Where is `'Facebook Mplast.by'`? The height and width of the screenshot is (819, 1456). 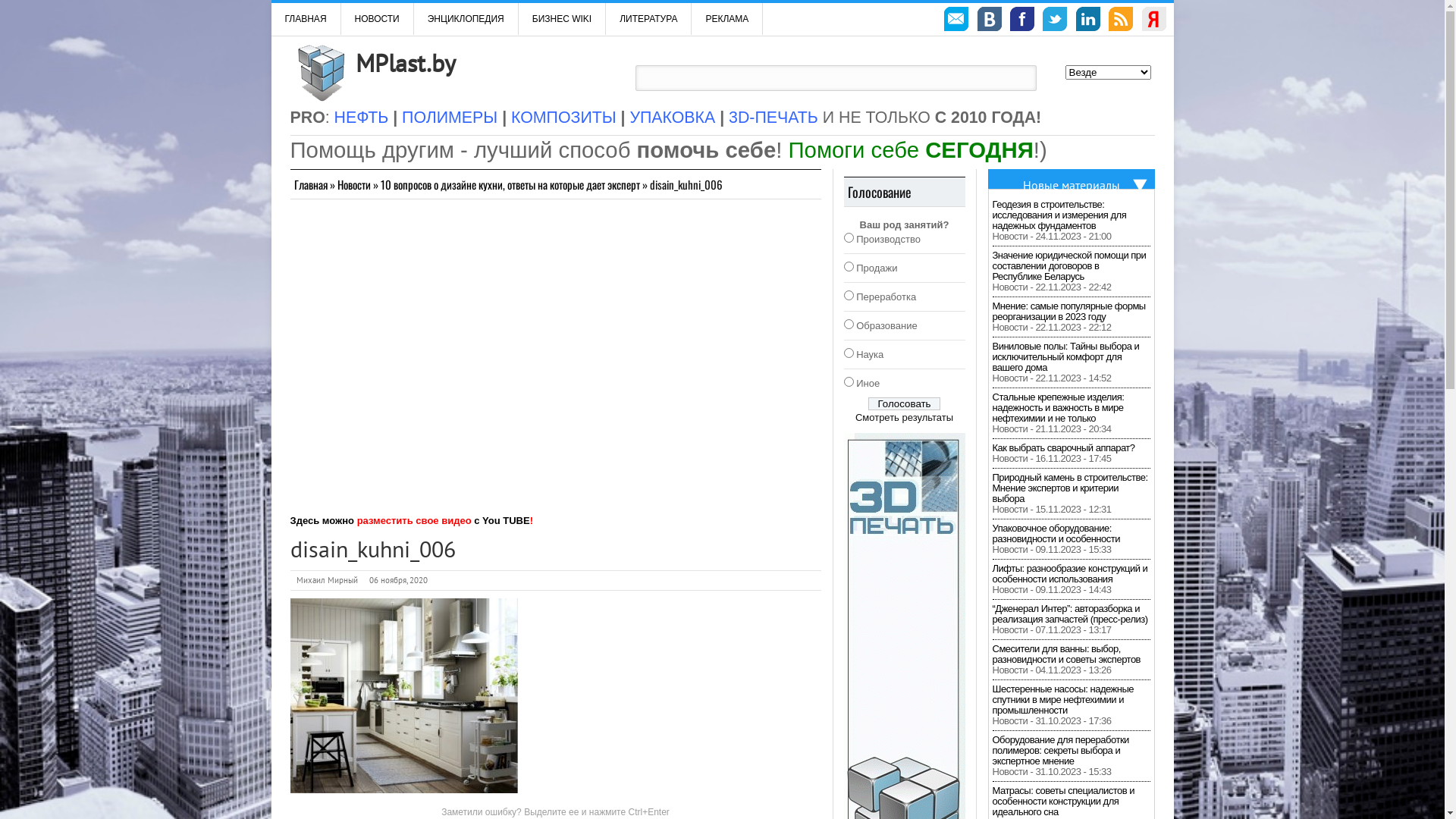 'Facebook Mplast.by' is located at coordinates (1022, 20).